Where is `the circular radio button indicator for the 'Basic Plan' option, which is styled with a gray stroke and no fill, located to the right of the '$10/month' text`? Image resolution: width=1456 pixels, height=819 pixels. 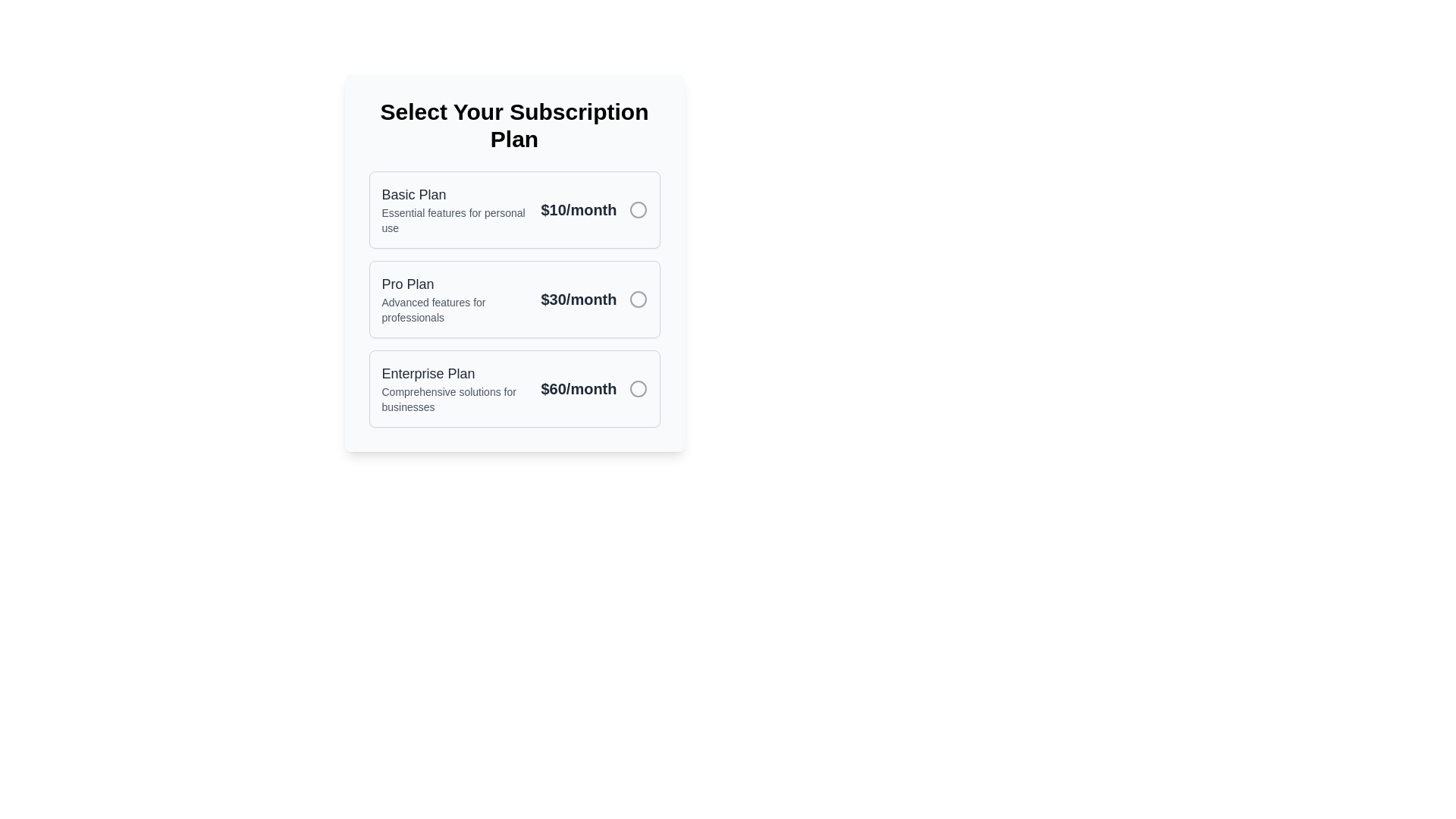
the circular radio button indicator for the 'Basic Plan' option, which is styled with a gray stroke and no fill, located to the right of the '$10/month' text is located at coordinates (638, 210).